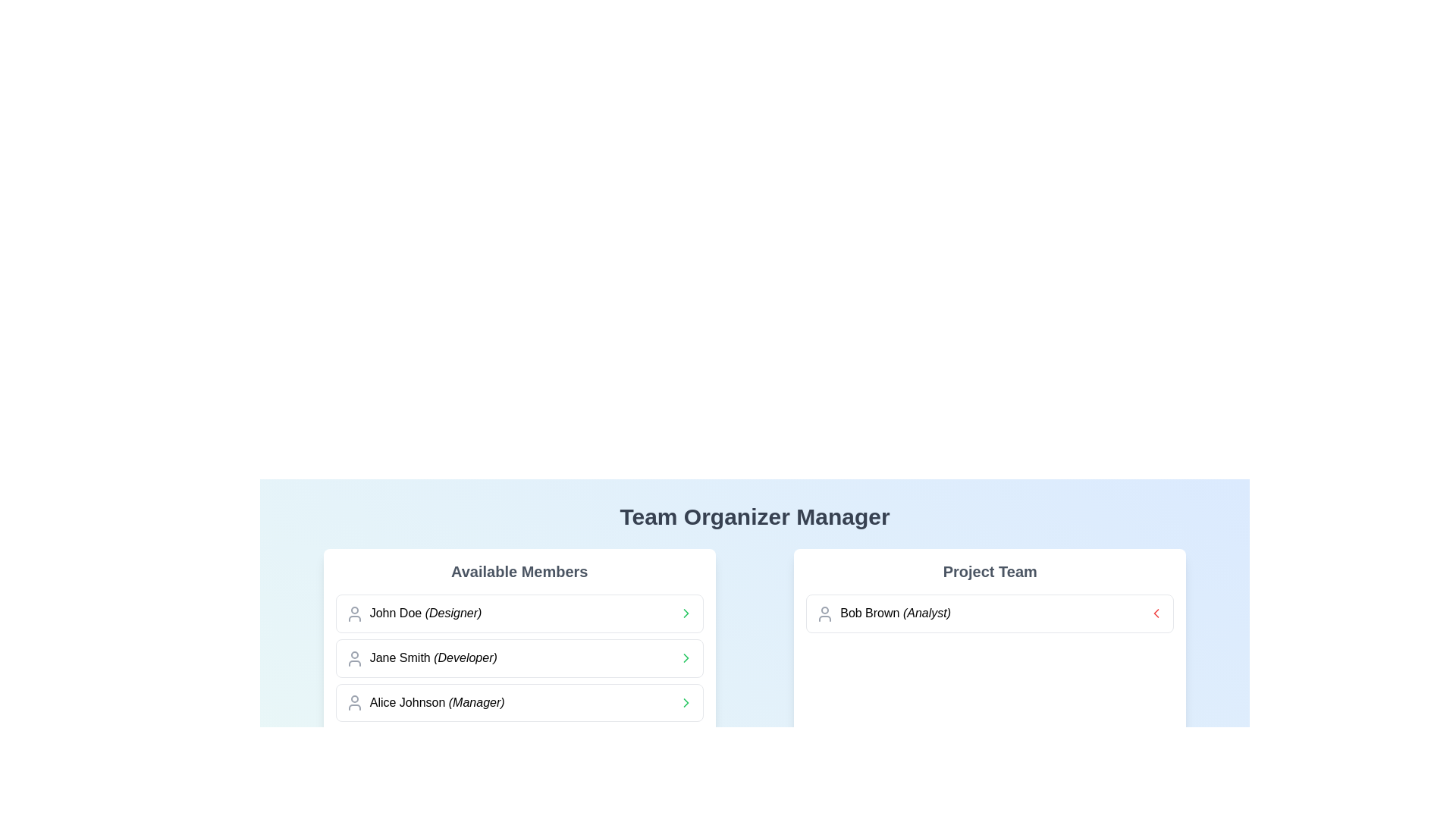 The image size is (1456, 819). I want to click on the SVG-based user profile icon located in the top left corner of the list item labeled 'John Doe (Designer)' under the 'Available Members' section, so click(353, 613).